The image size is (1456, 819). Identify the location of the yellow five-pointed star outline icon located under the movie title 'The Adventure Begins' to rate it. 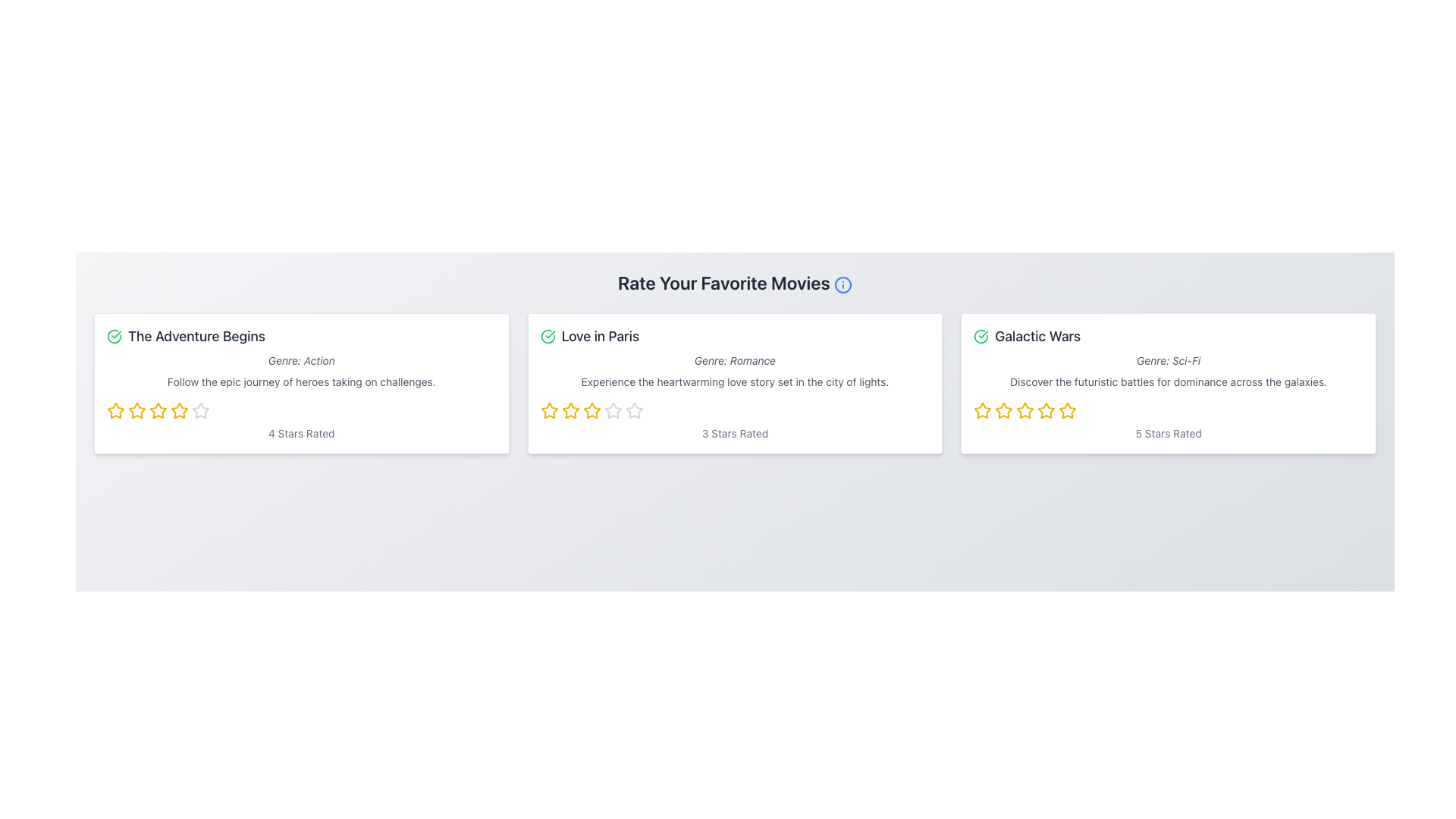
(178, 409).